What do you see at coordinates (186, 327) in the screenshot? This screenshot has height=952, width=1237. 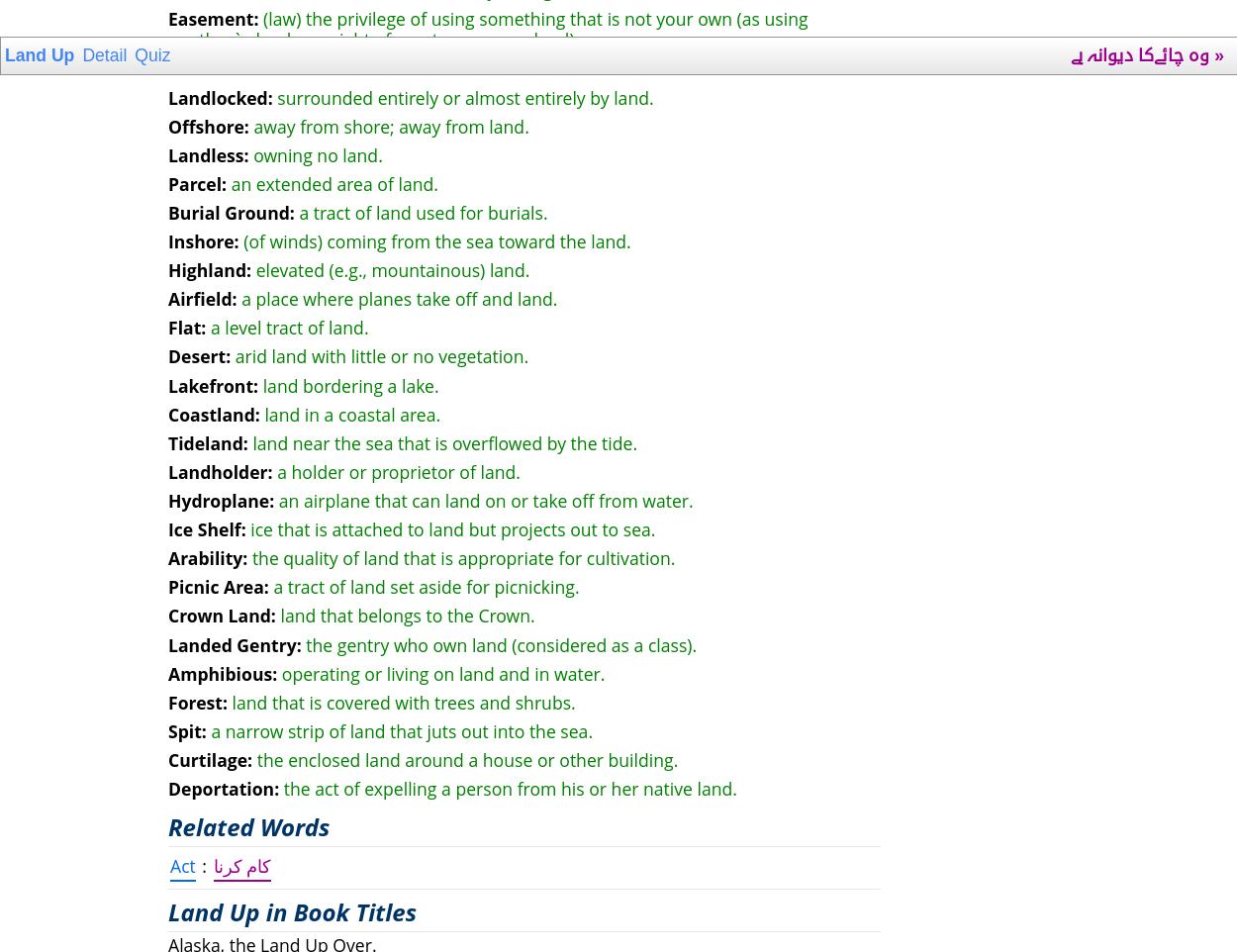 I see `'Flat:'` at bounding box center [186, 327].